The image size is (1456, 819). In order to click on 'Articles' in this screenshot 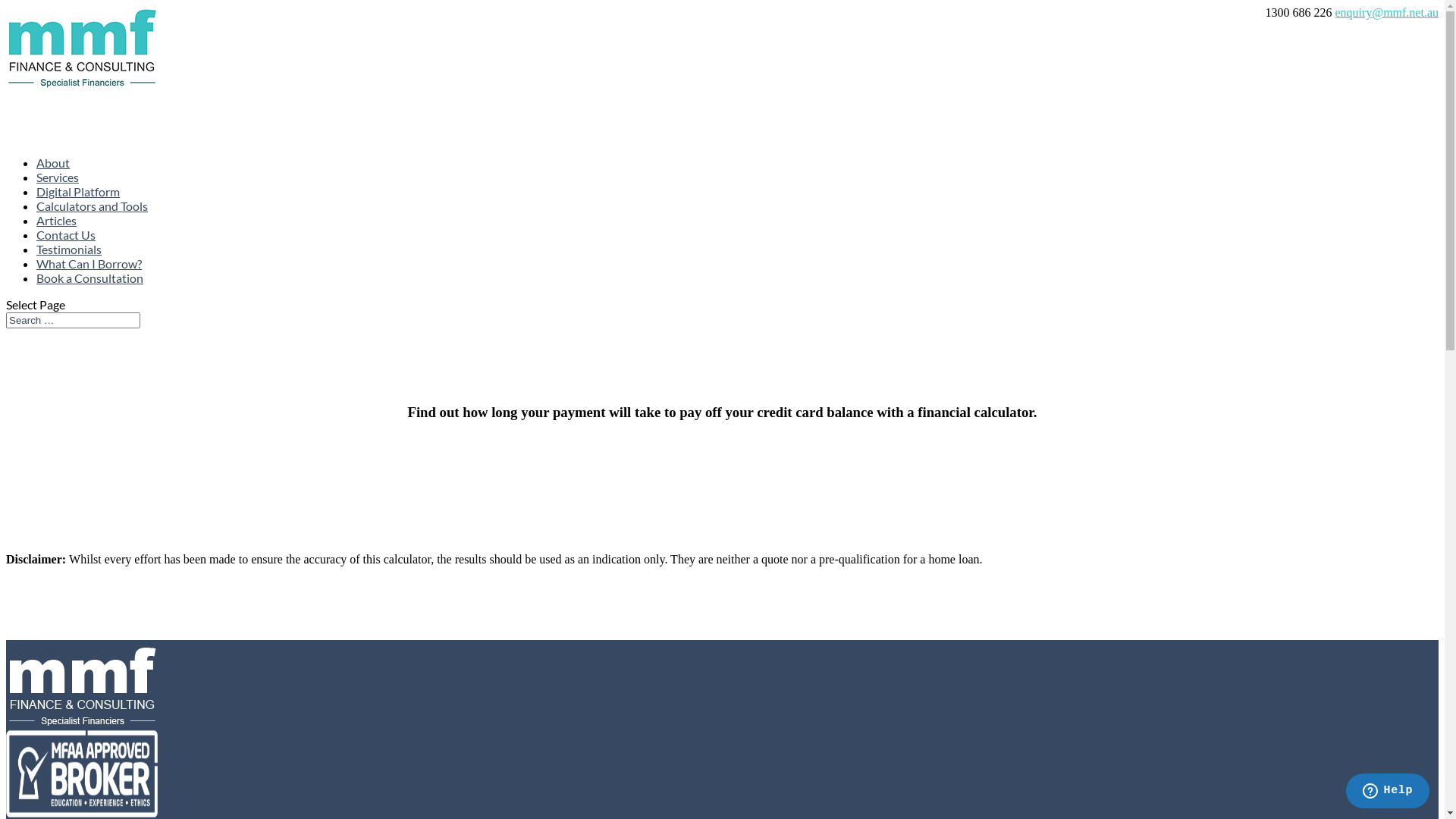, I will do `click(56, 243)`.